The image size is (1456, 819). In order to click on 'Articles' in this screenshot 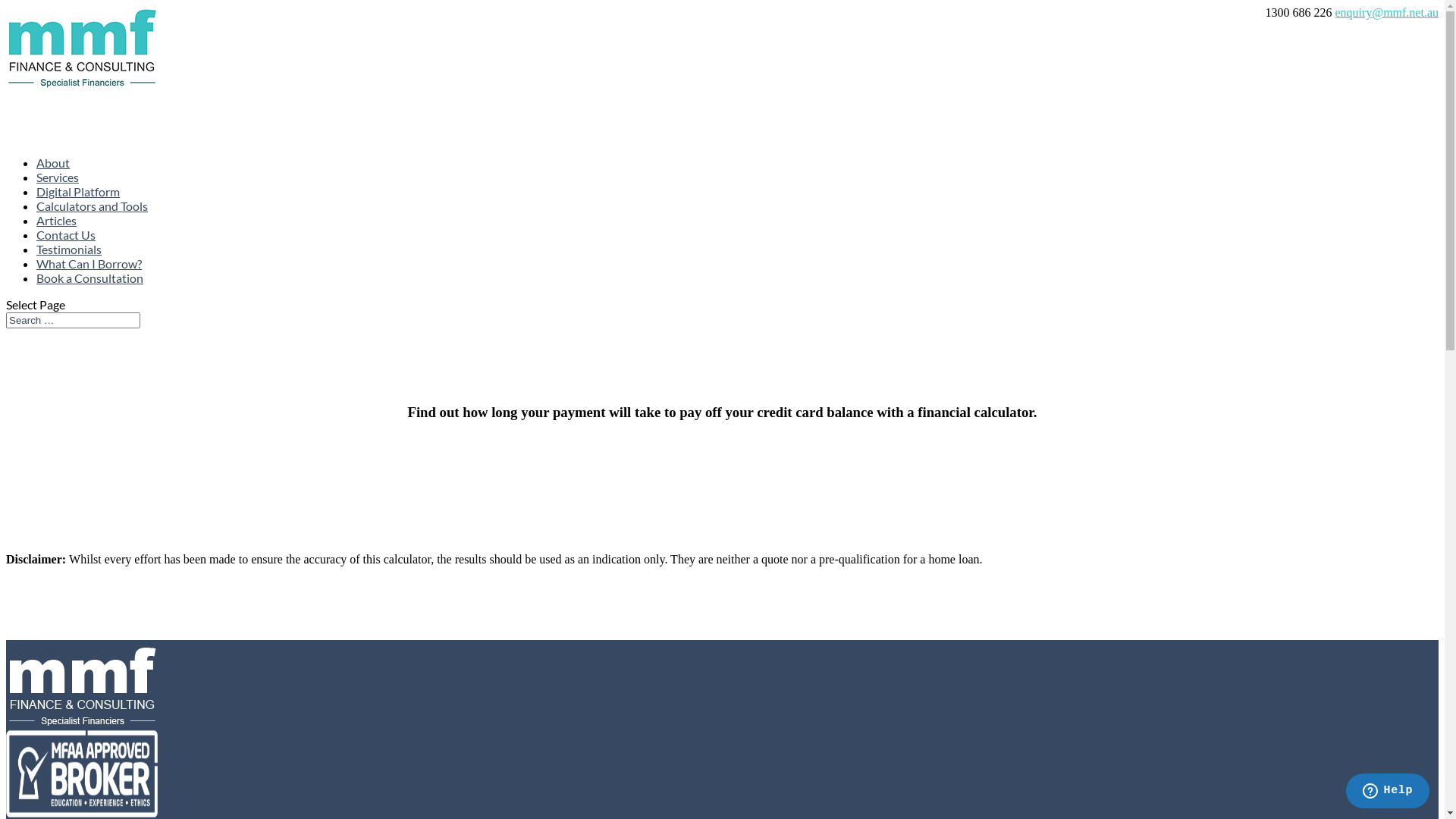, I will do `click(56, 243)`.